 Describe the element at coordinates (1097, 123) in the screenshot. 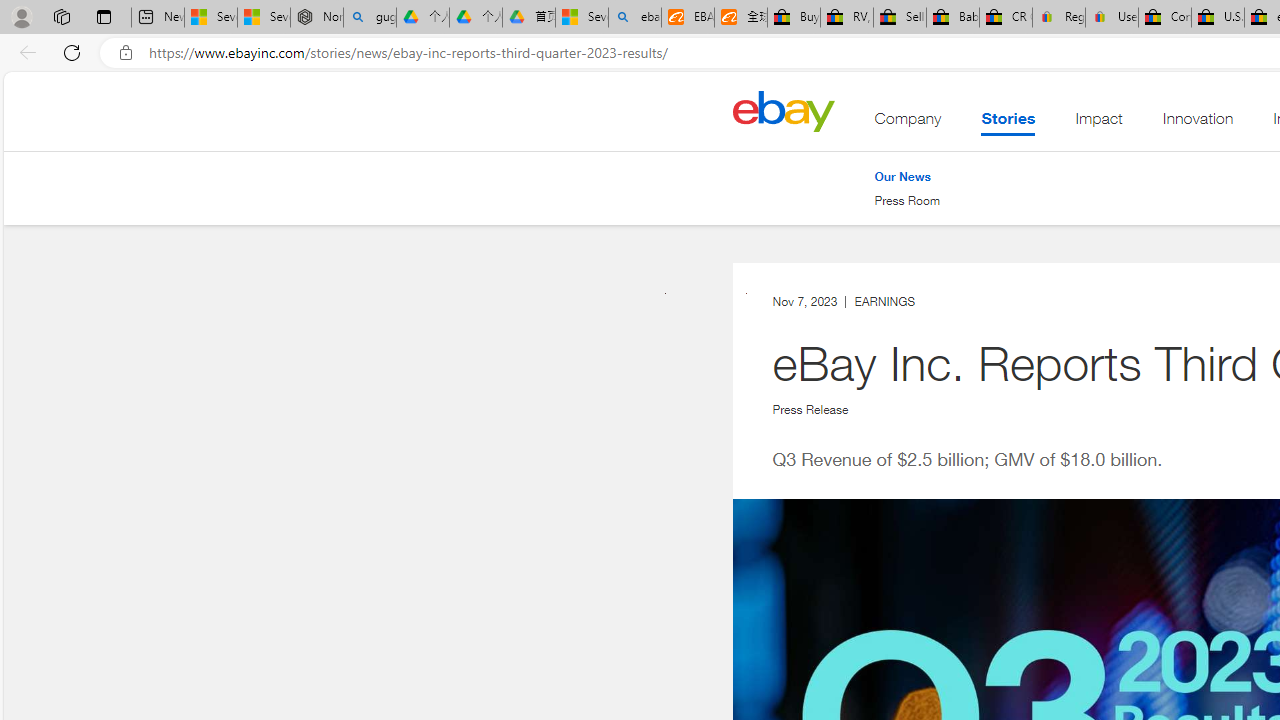

I see `'Impact'` at that location.